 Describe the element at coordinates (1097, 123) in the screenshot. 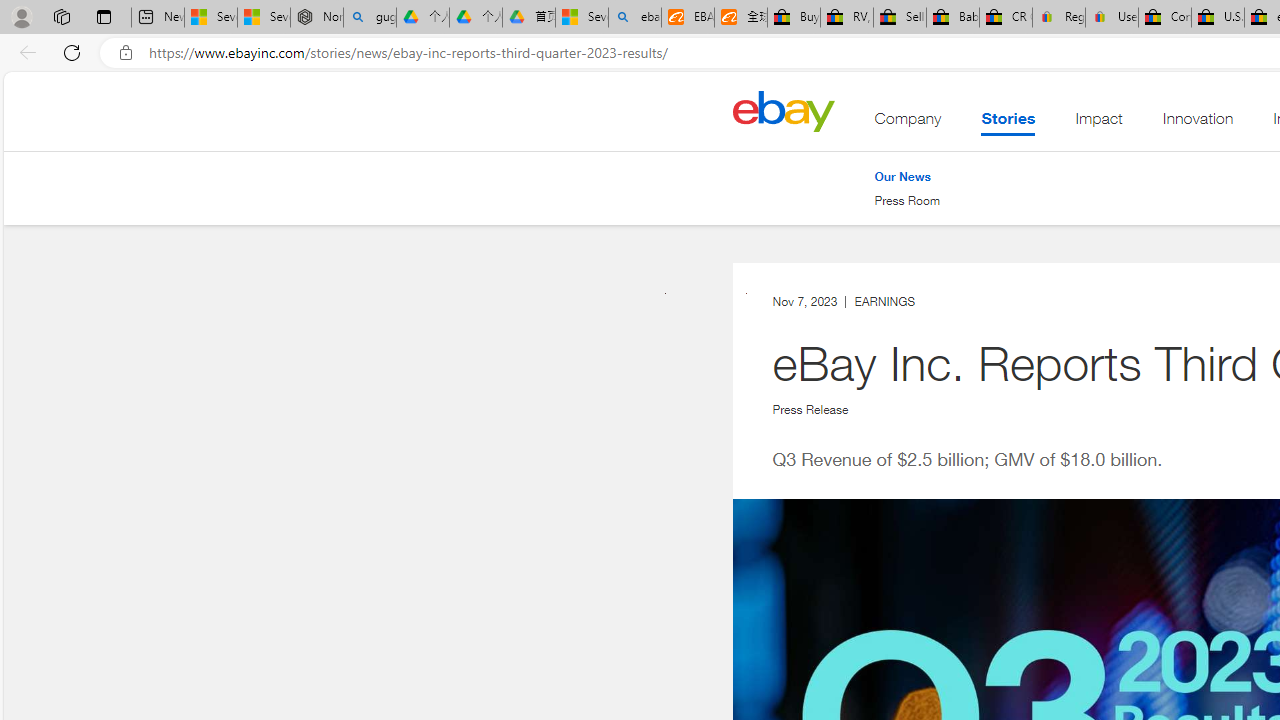

I see `'Impact'` at that location.